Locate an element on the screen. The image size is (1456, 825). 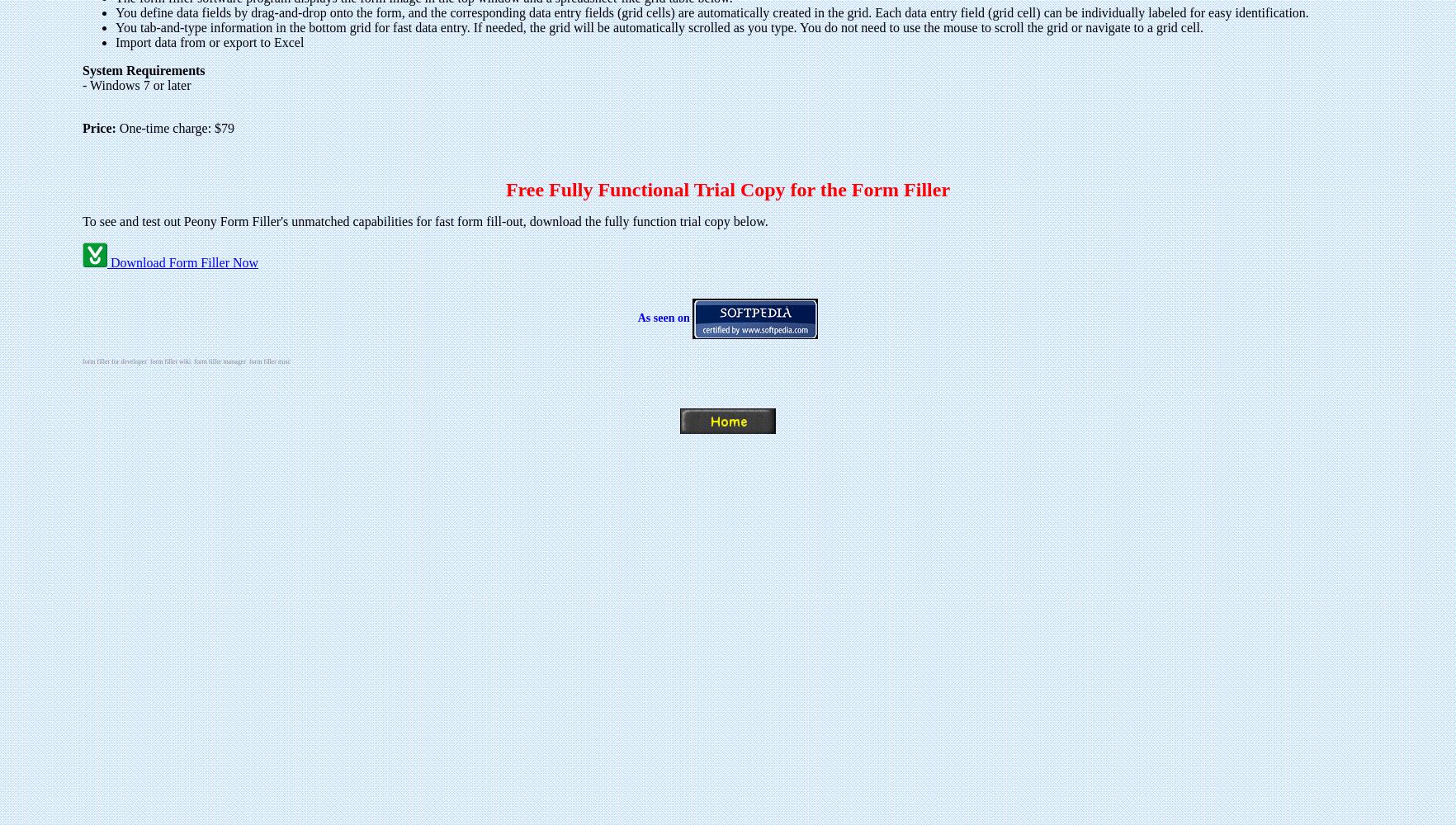
'Price:' is located at coordinates (83, 128).